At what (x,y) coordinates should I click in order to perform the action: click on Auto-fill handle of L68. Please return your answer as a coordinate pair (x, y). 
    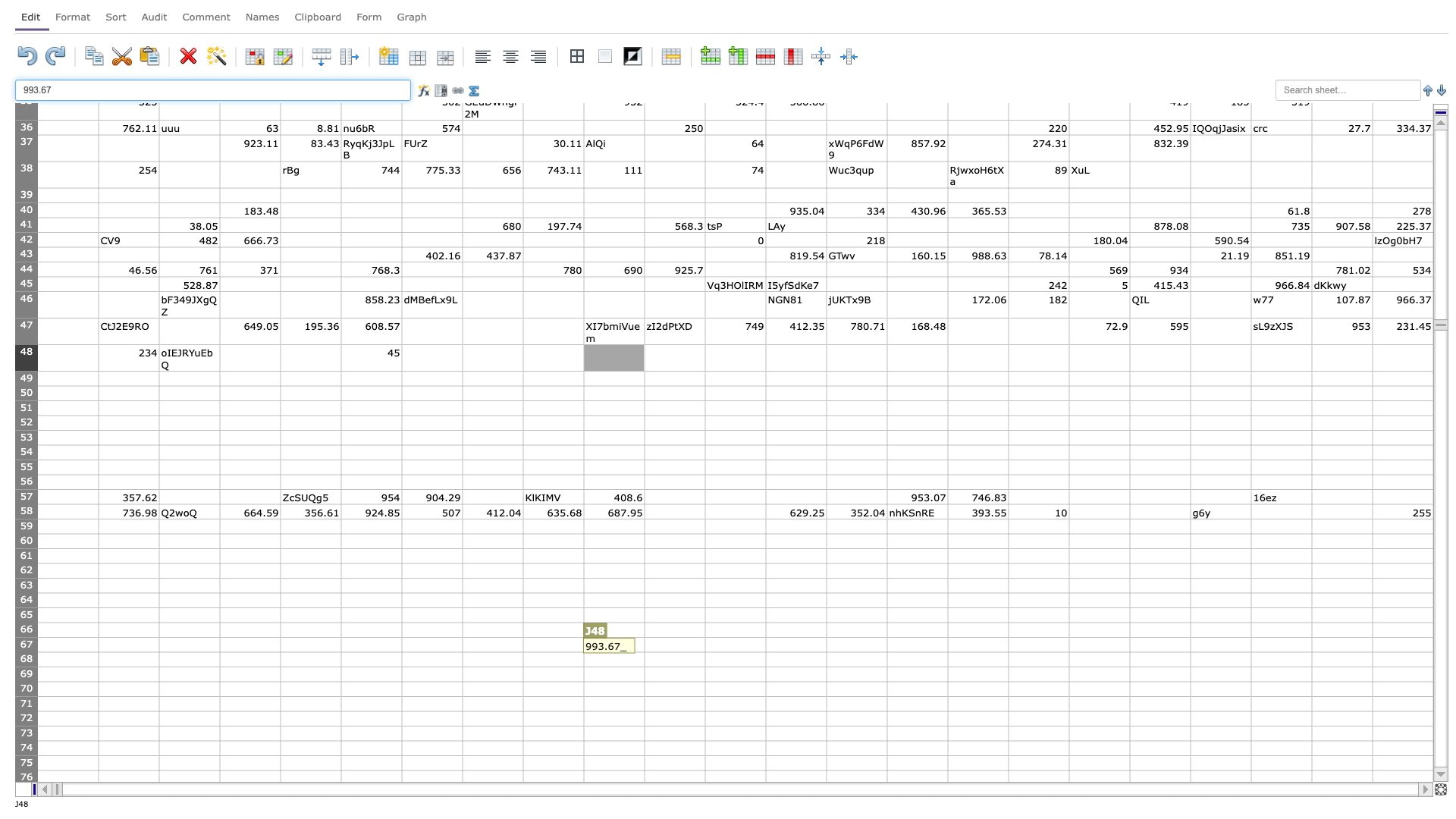
    Looking at the image, I should click on (765, 666).